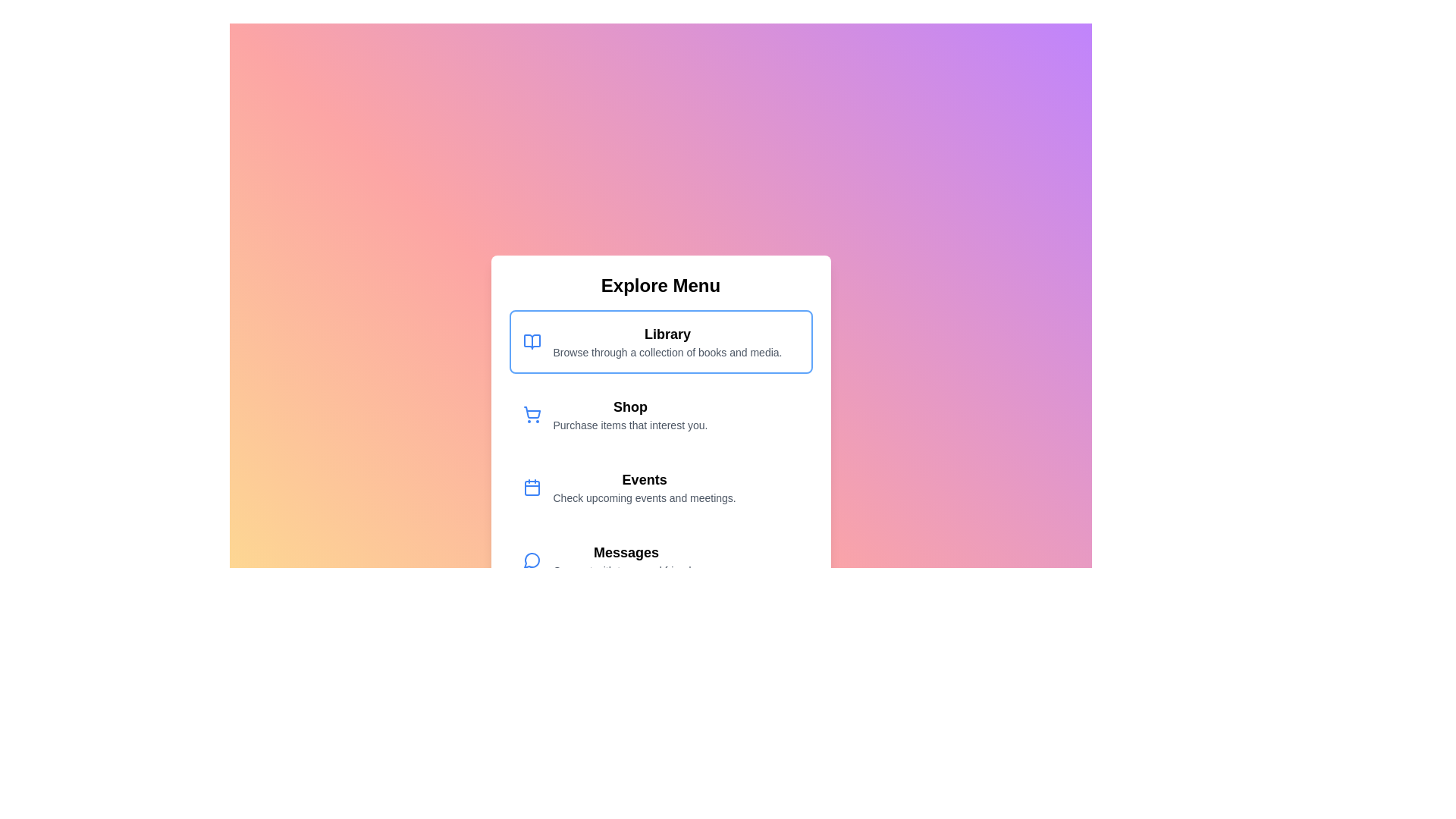 The width and height of the screenshot is (1456, 819). I want to click on the menu option corresponding to Shop, so click(661, 415).